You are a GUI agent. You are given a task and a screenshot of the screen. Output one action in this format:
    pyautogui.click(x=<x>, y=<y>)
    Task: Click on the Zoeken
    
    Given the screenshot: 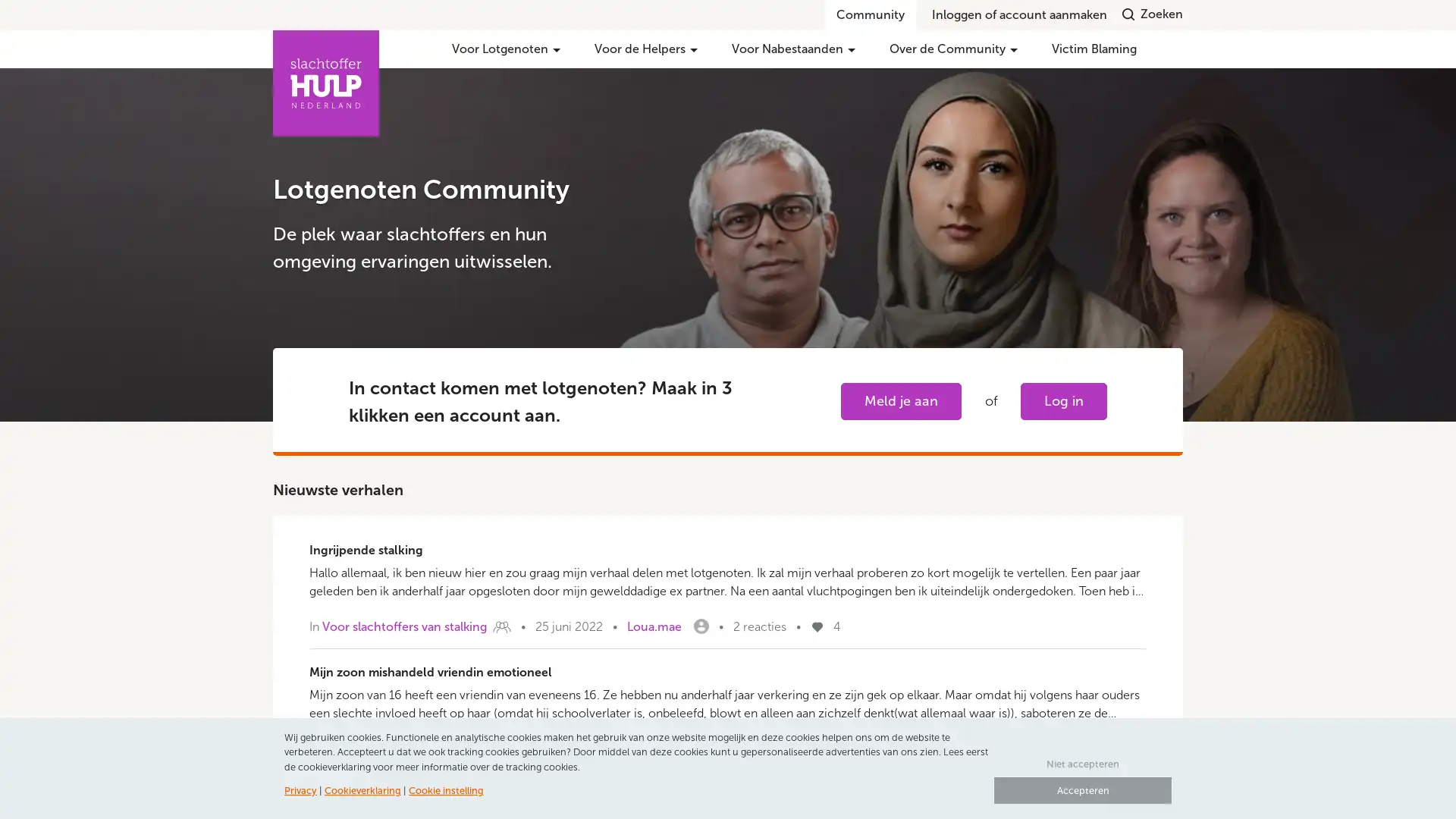 What is the action you would take?
    pyautogui.click(x=1153, y=14)
    